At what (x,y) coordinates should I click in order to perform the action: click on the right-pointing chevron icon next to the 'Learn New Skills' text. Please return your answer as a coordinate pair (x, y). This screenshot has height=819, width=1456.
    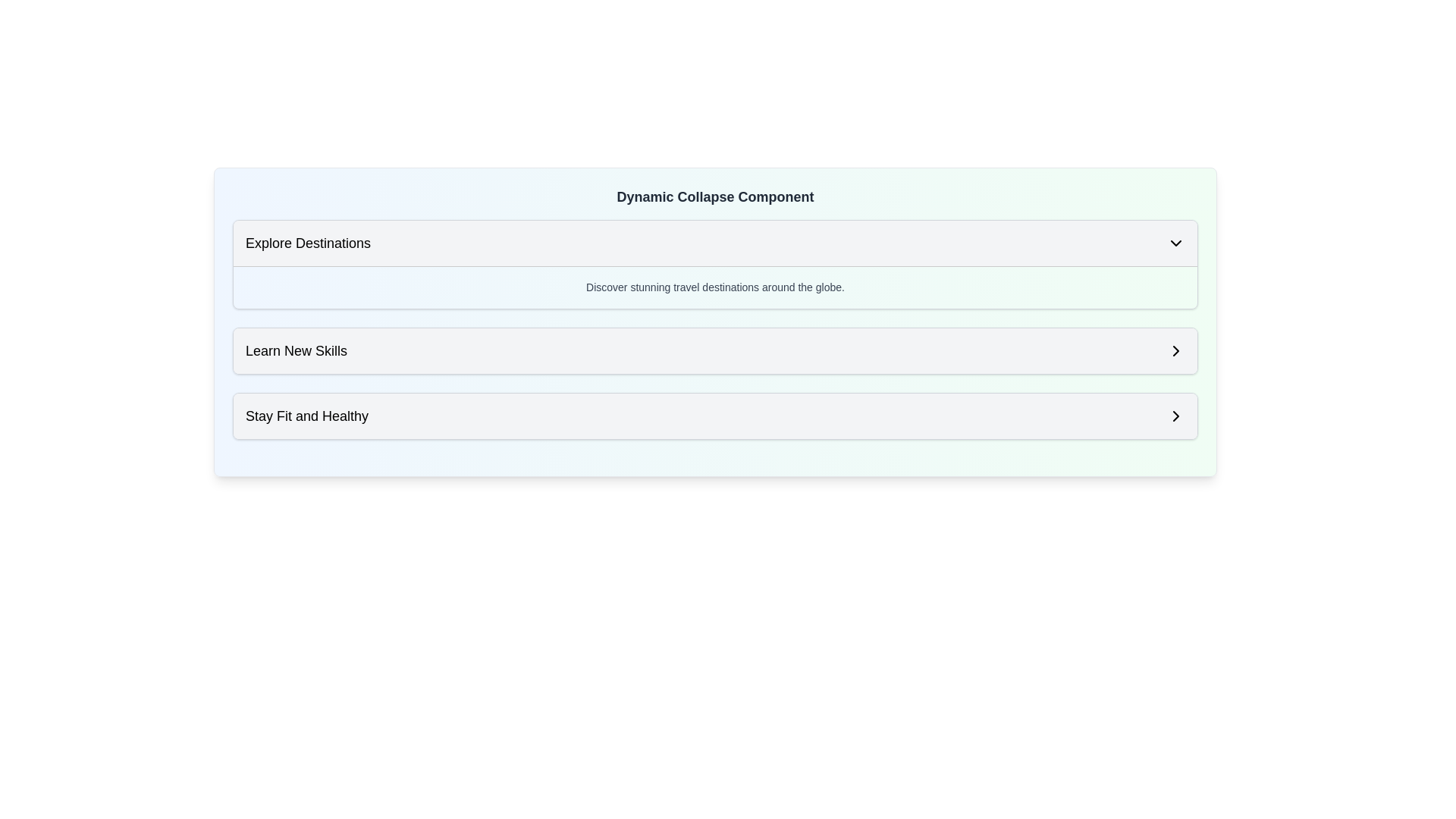
    Looking at the image, I should click on (1175, 350).